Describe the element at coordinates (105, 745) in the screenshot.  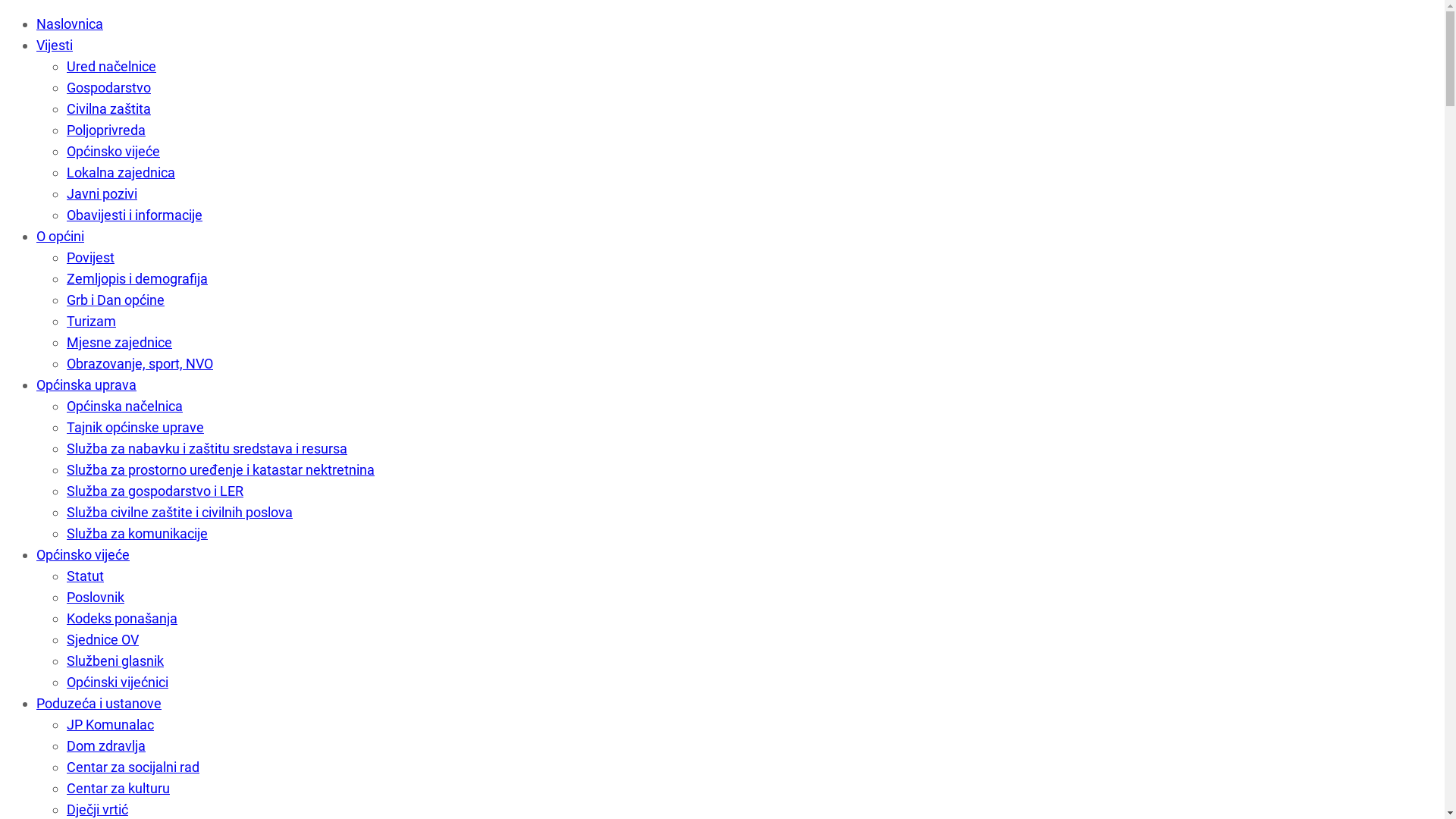
I see `'Dom zdravlja'` at that location.